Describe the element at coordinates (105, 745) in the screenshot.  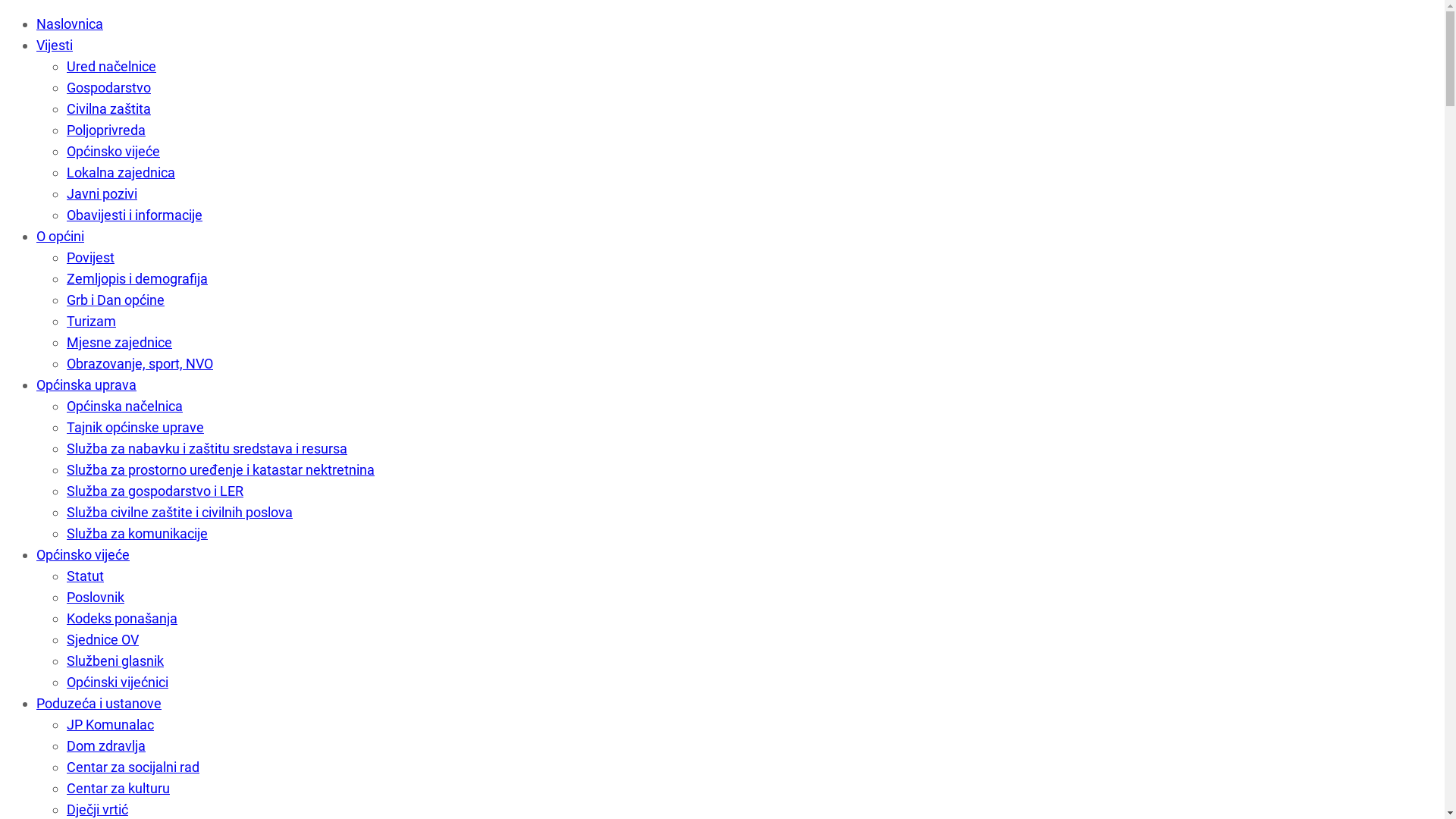
I see `'Dom zdravlja'` at that location.